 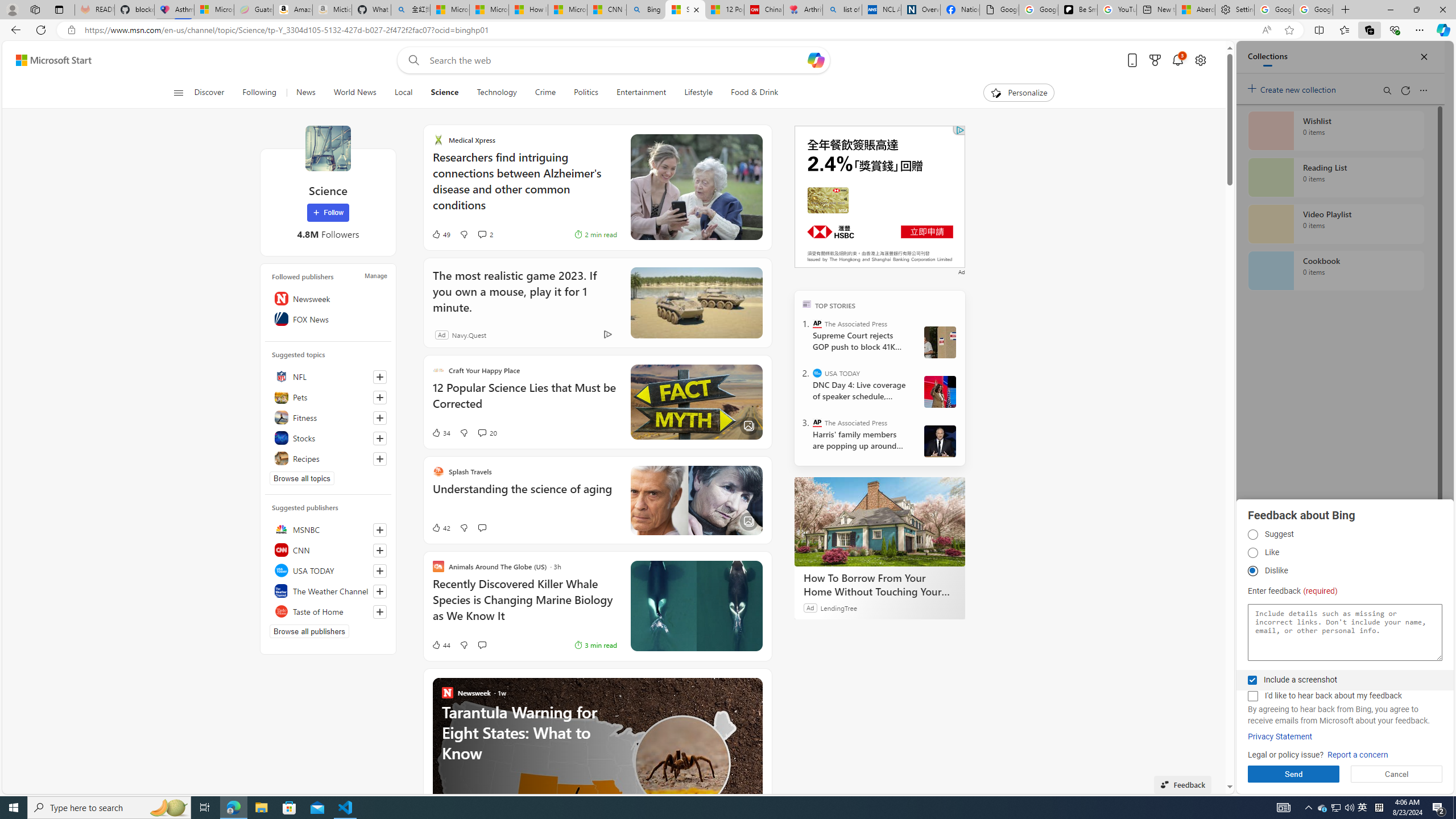 I want to click on 'Privacy Statement', so click(x=1280, y=737).